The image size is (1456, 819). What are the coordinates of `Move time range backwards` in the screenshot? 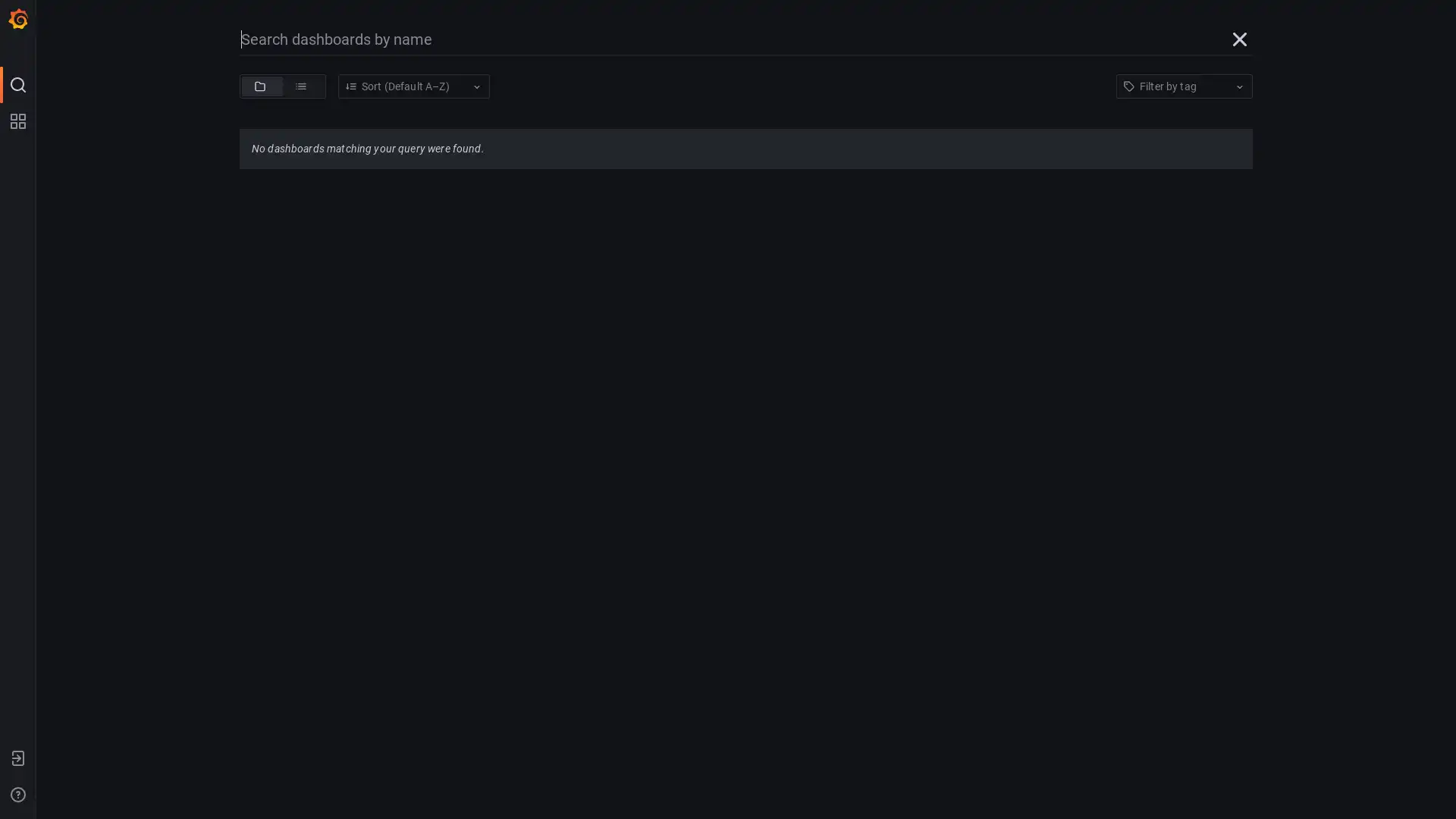 It's located at (1020, 24).